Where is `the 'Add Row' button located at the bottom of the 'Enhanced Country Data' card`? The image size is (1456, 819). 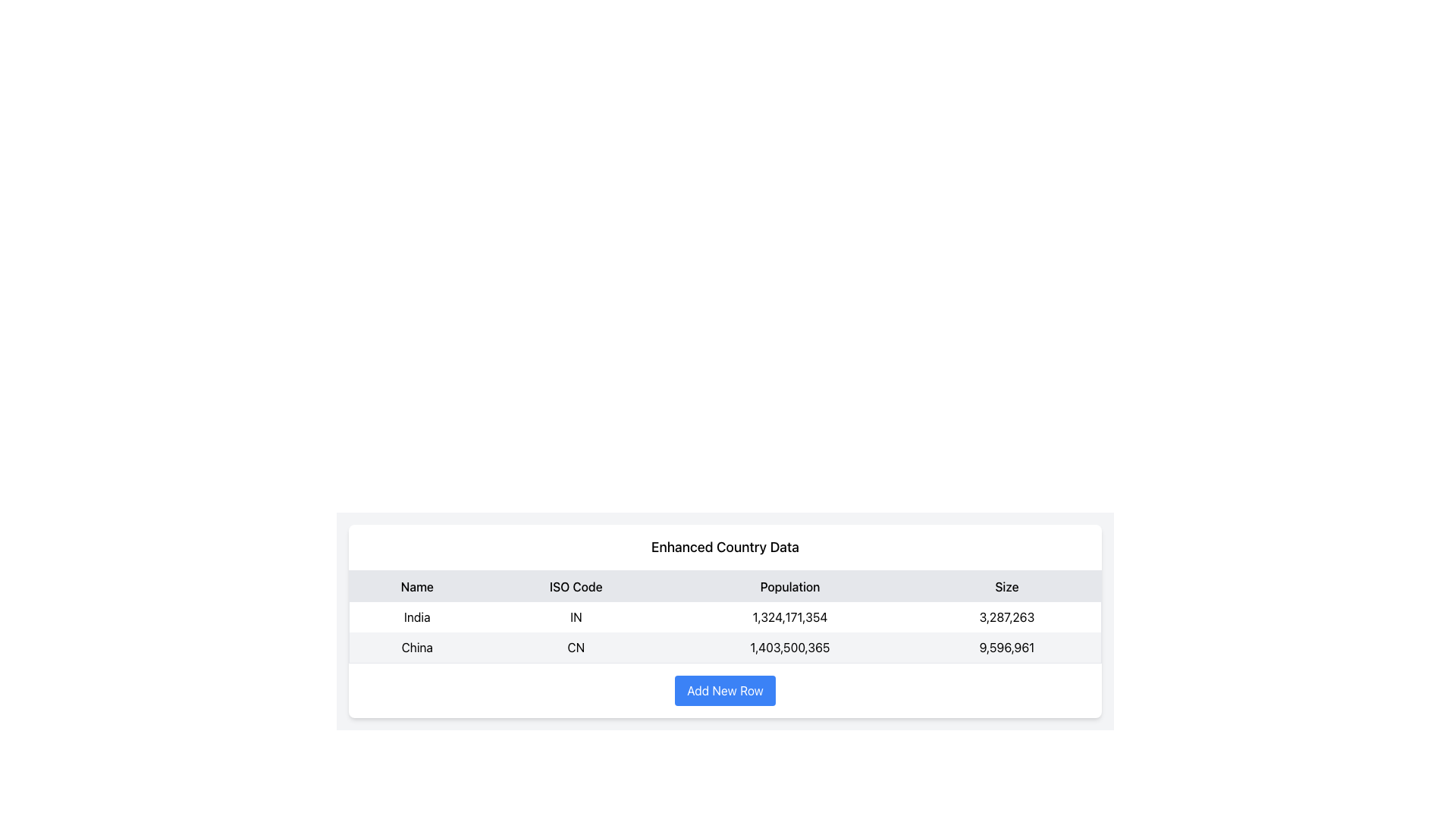 the 'Add Row' button located at the bottom of the 'Enhanced Country Data' card is located at coordinates (724, 690).